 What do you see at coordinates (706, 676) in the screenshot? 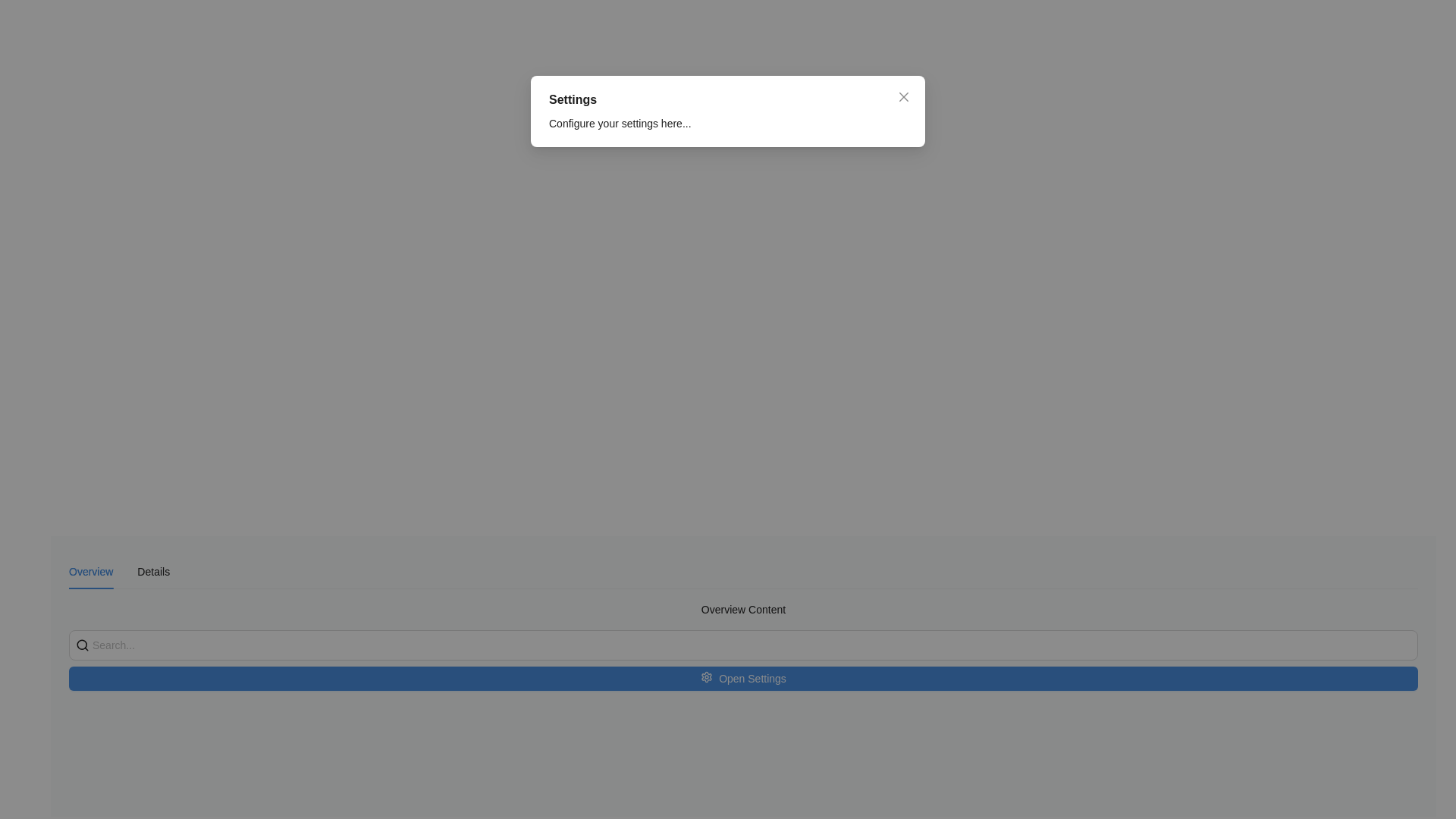
I see `the gear icon represented as a vector graphic within the 'Open Settings' button located at the bottom center of the interface` at bounding box center [706, 676].